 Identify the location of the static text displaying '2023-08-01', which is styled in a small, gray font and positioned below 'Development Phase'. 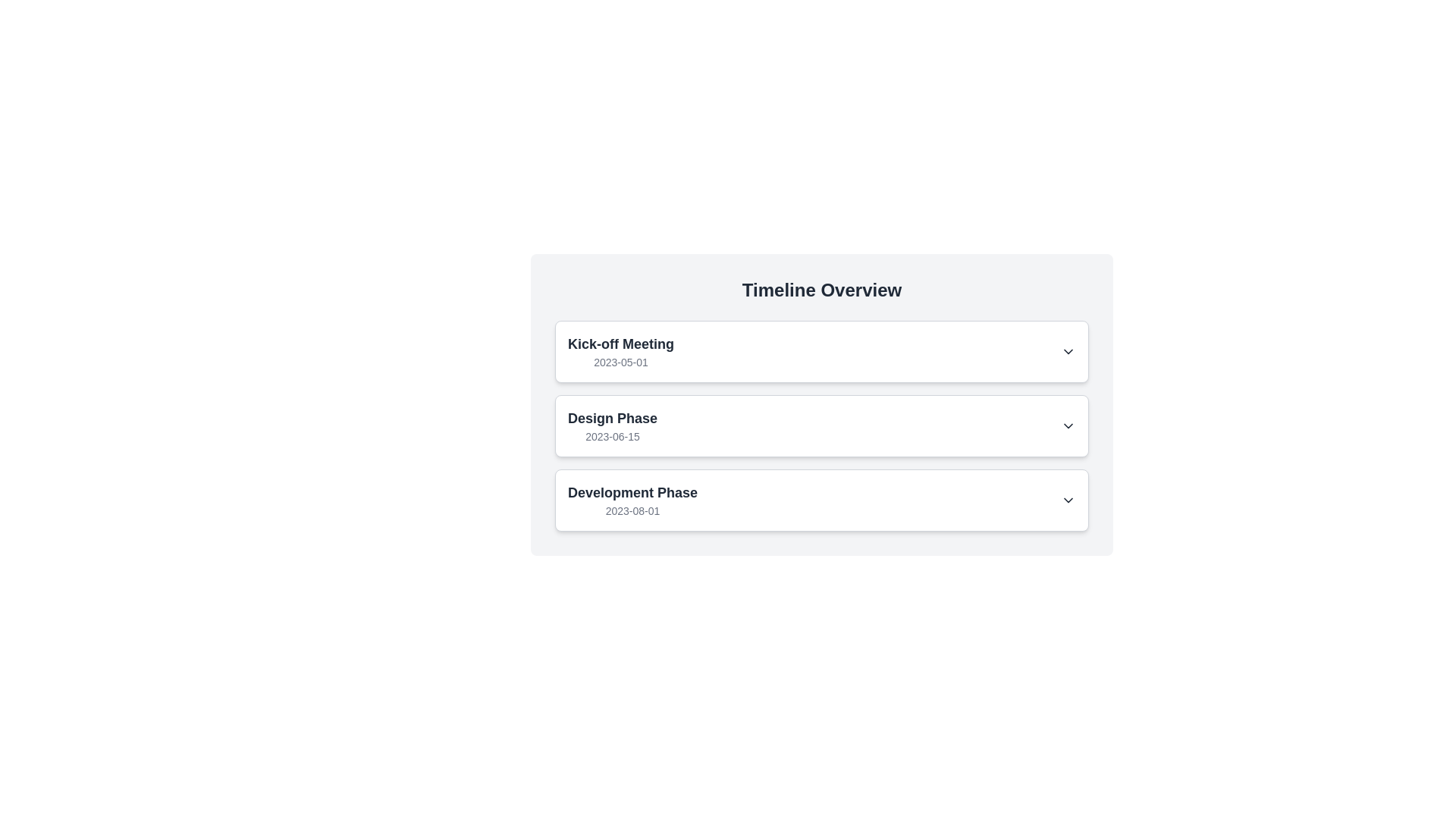
(632, 511).